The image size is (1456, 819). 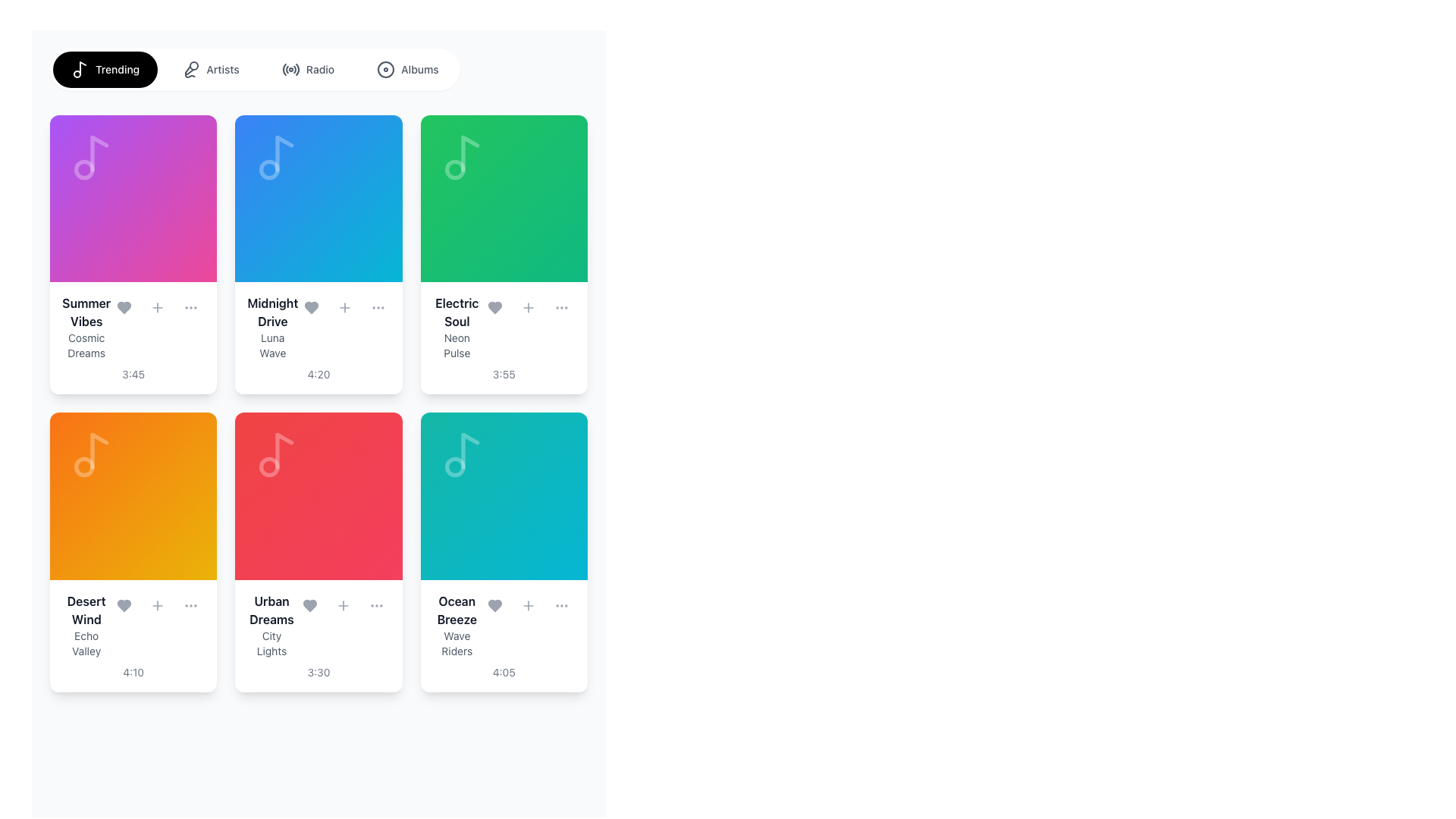 What do you see at coordinates (528, 604) in the screenshot?
I see `the 'Add' button located at the bottom-right corner of the 'Ocean Breeze' card in the fourth column and second row of the grid layout` at bounding box center [528, 604].